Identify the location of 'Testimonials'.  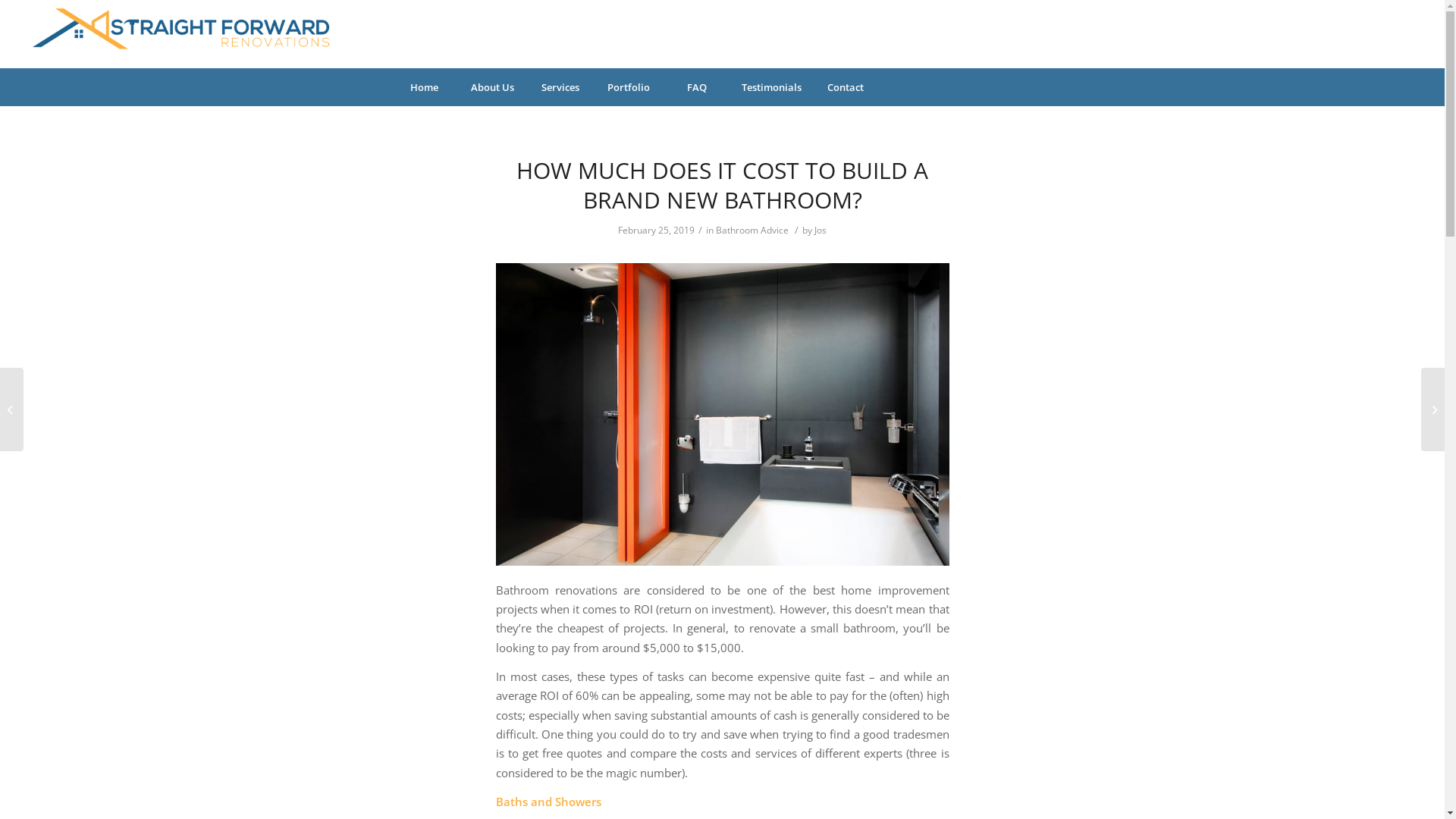
(771, 87).